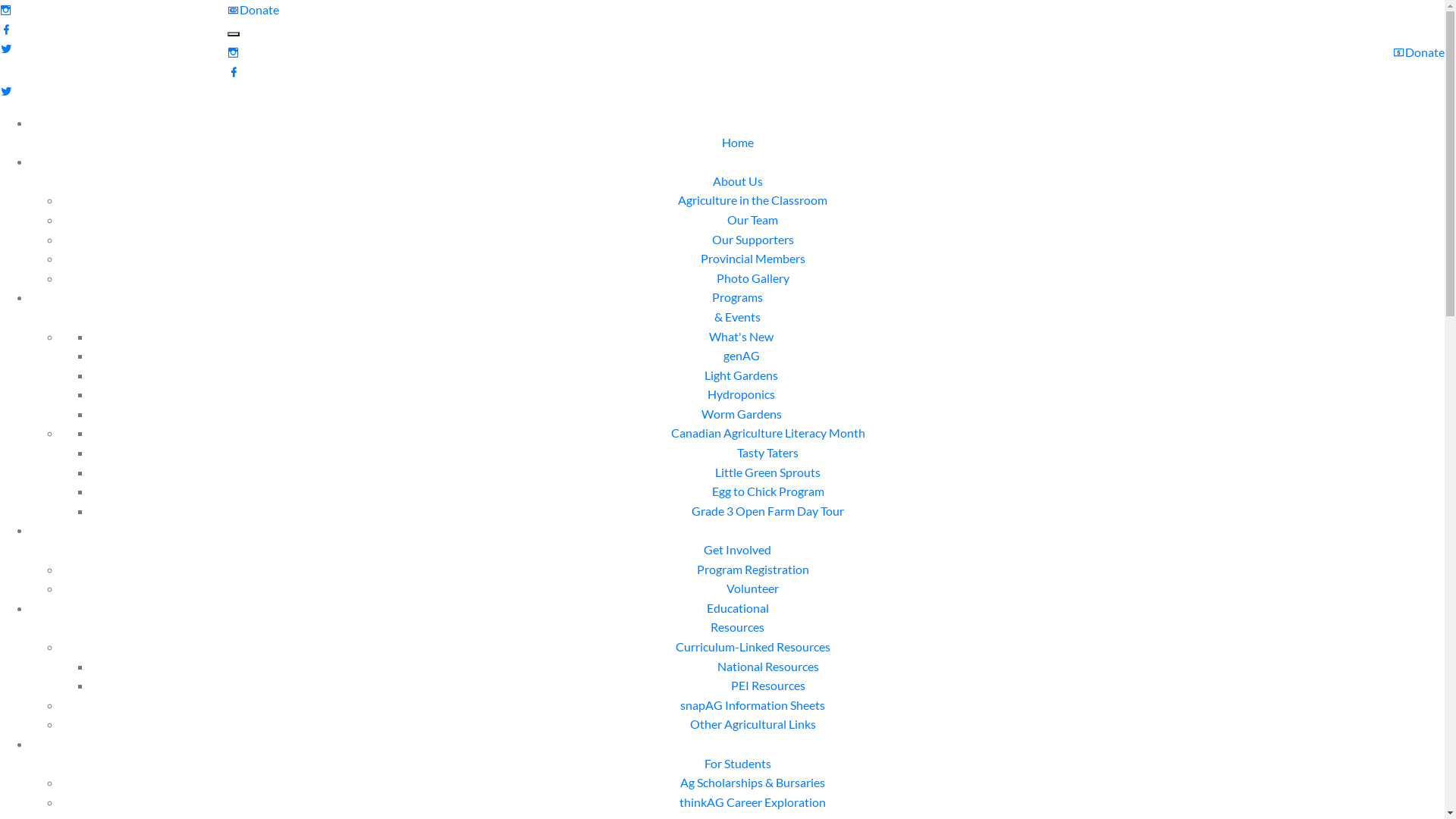 The image size is (1456, 819). Describe the element at coordinates (702, 559) in the screenshot. I see `'Get Involved'` at that location.